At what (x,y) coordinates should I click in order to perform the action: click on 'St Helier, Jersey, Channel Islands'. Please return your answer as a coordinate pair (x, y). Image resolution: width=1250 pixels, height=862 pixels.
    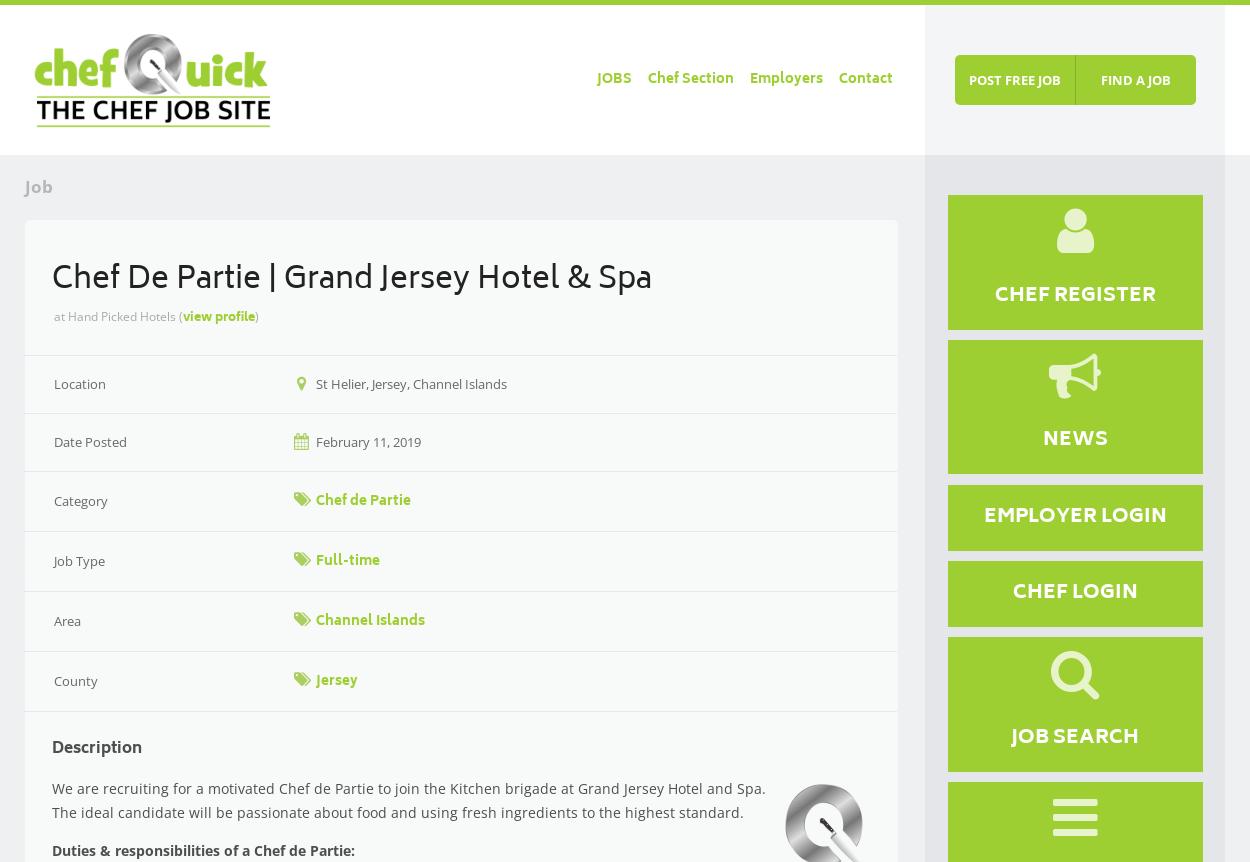
    Looking at the image, I should click on (410, 383).